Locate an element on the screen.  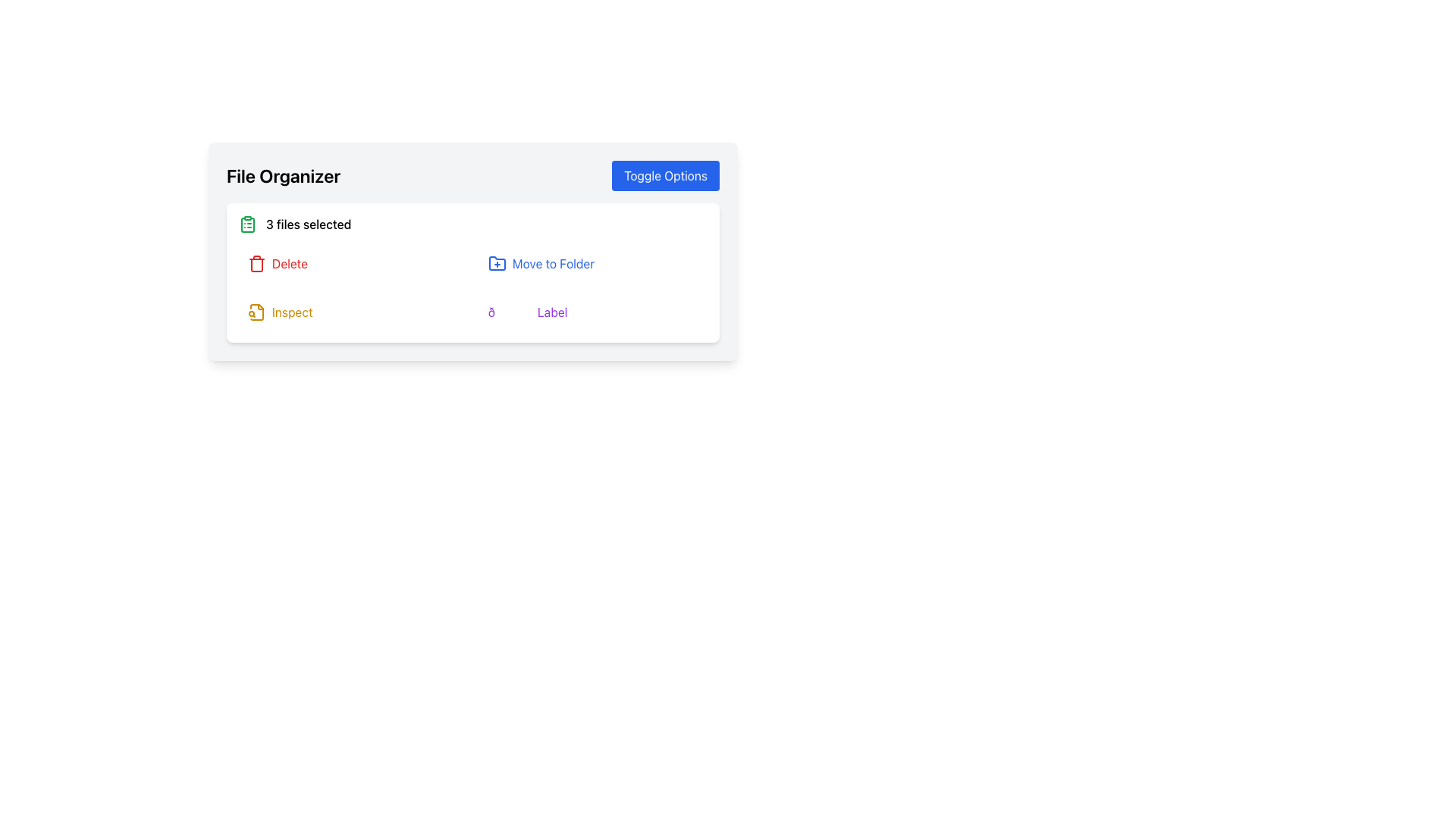
the decorative icon that visually represents selected files, positioned to the left of the text '3 files selected' is located at coordinates (247, 224).